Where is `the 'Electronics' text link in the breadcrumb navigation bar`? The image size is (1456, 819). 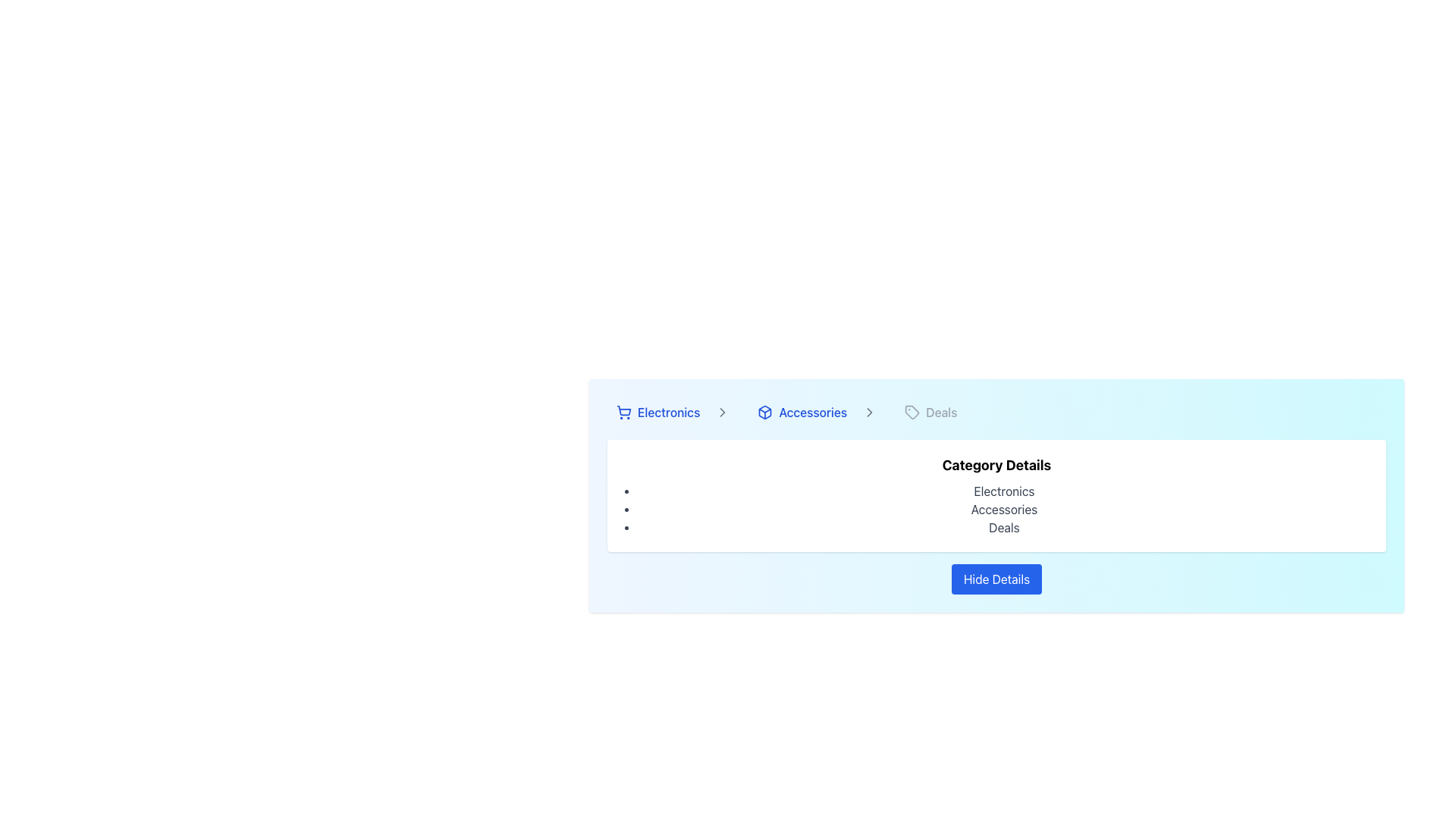 the 'Electronics' text link in the breadcrumb navigation bar is located at coordinates (658, 412).